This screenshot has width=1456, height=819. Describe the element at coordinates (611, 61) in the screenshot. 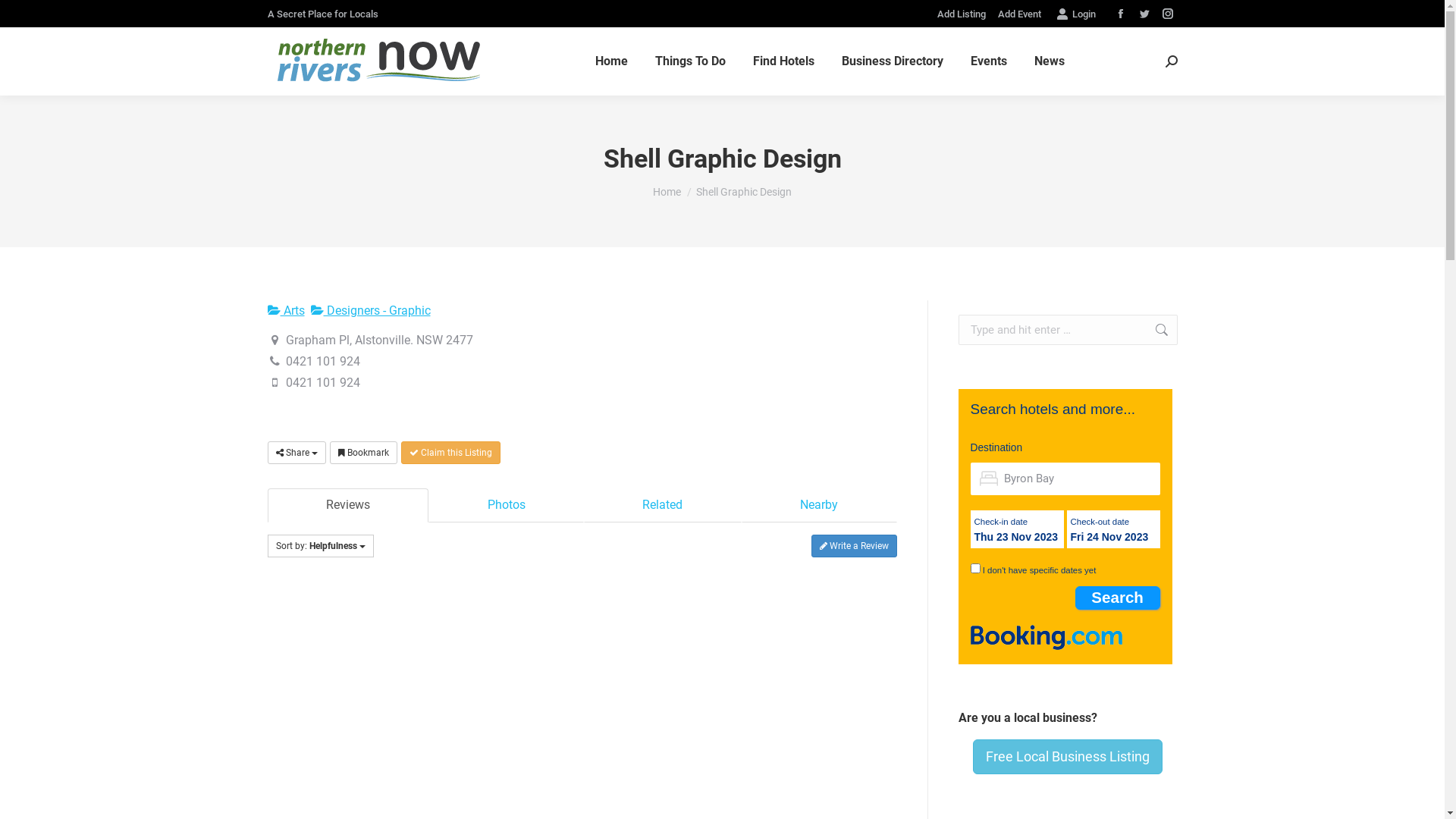

I see `'Home'` at that location.